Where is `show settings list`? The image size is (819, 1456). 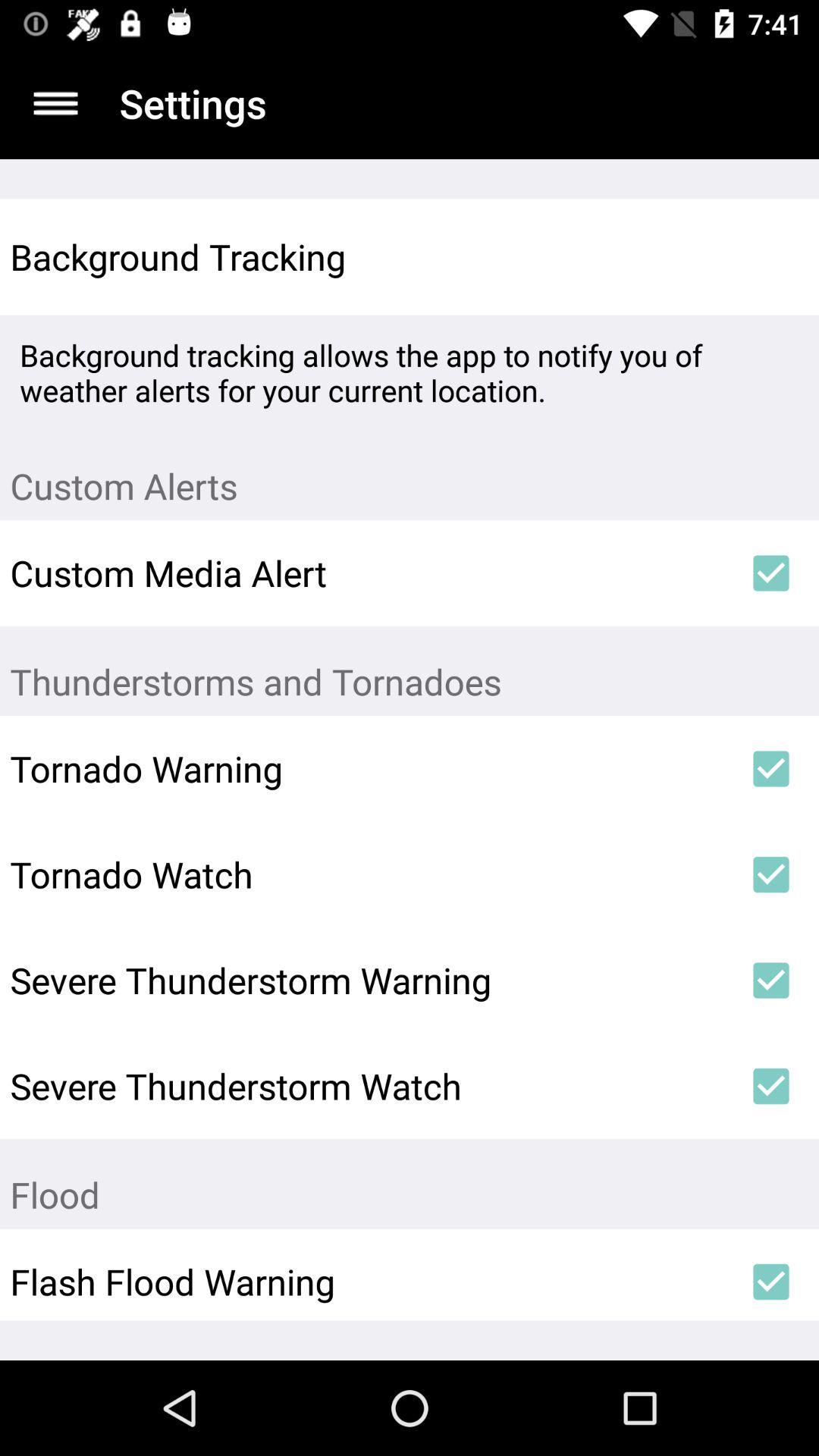
show settings list is located at coordinates (55, 102).